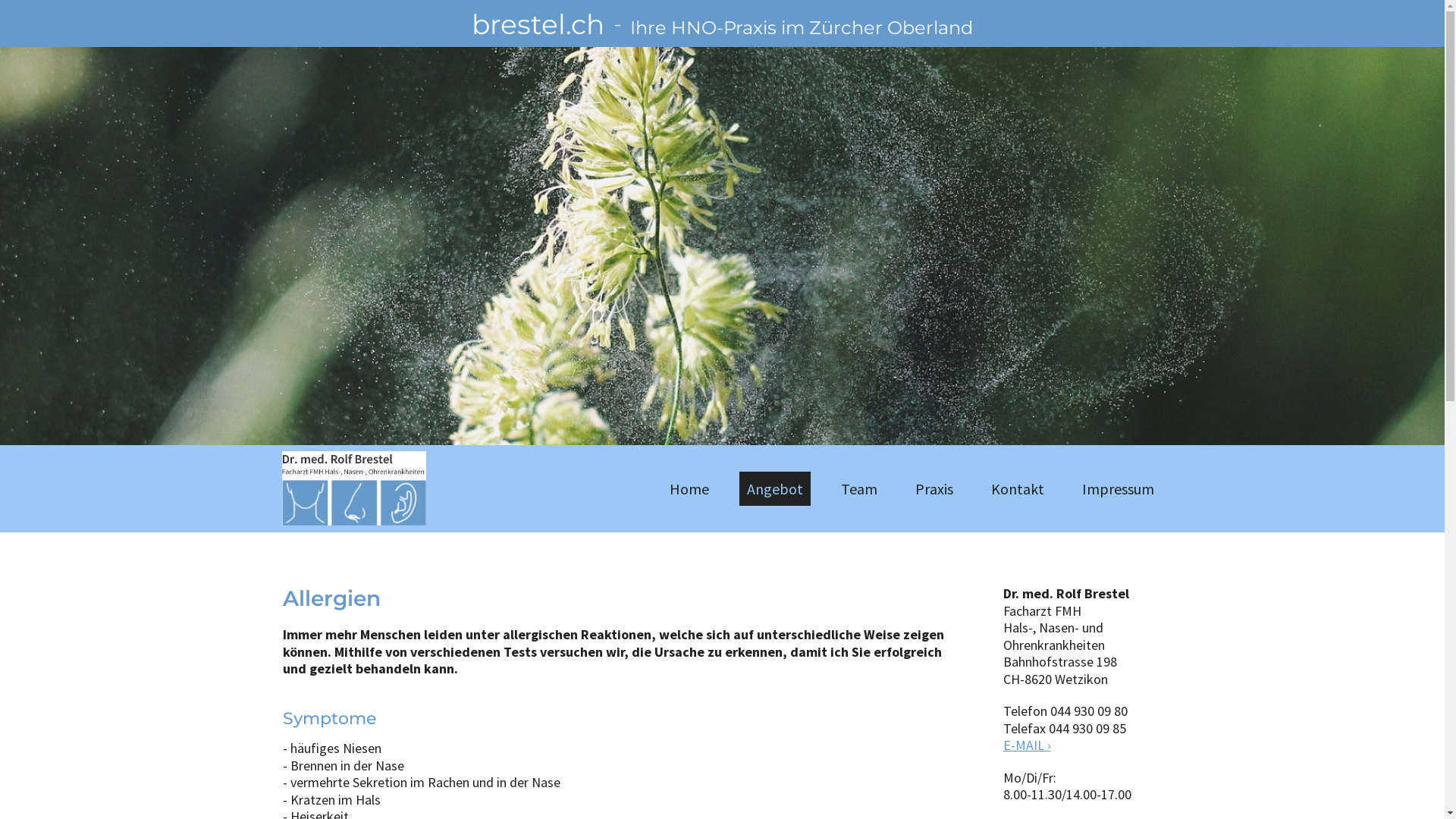 This screenshot has width=1456, height=819. Describe the element at coordinates (934, 488) in the screenshot. I see `'Praxis'` at that location.